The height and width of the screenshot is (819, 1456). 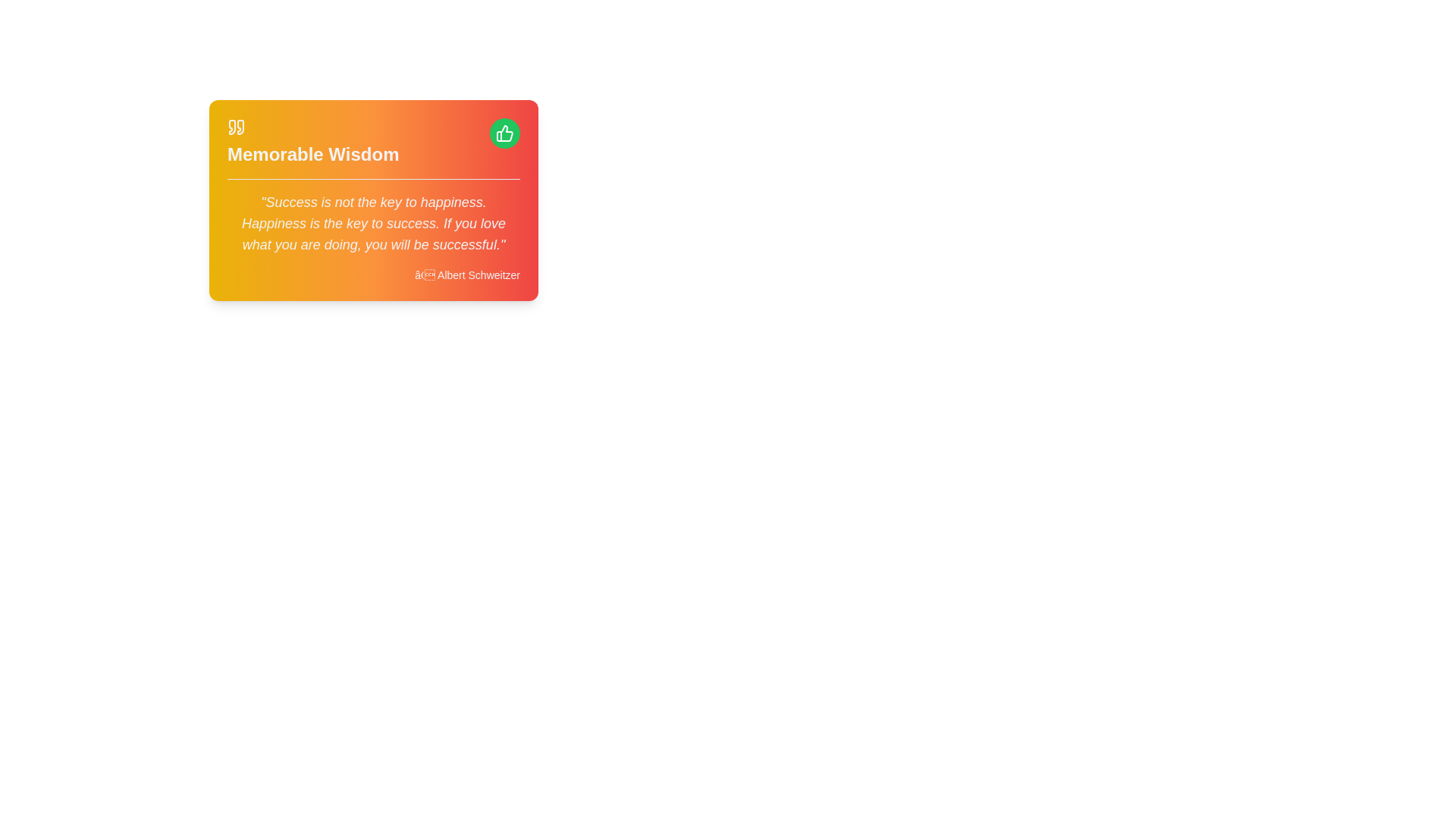 I want to click on the green and white 'thumbs-up' icon located in the upper-right corner of the 'Memorable Wisdom' card, so click(x=504, y=133).